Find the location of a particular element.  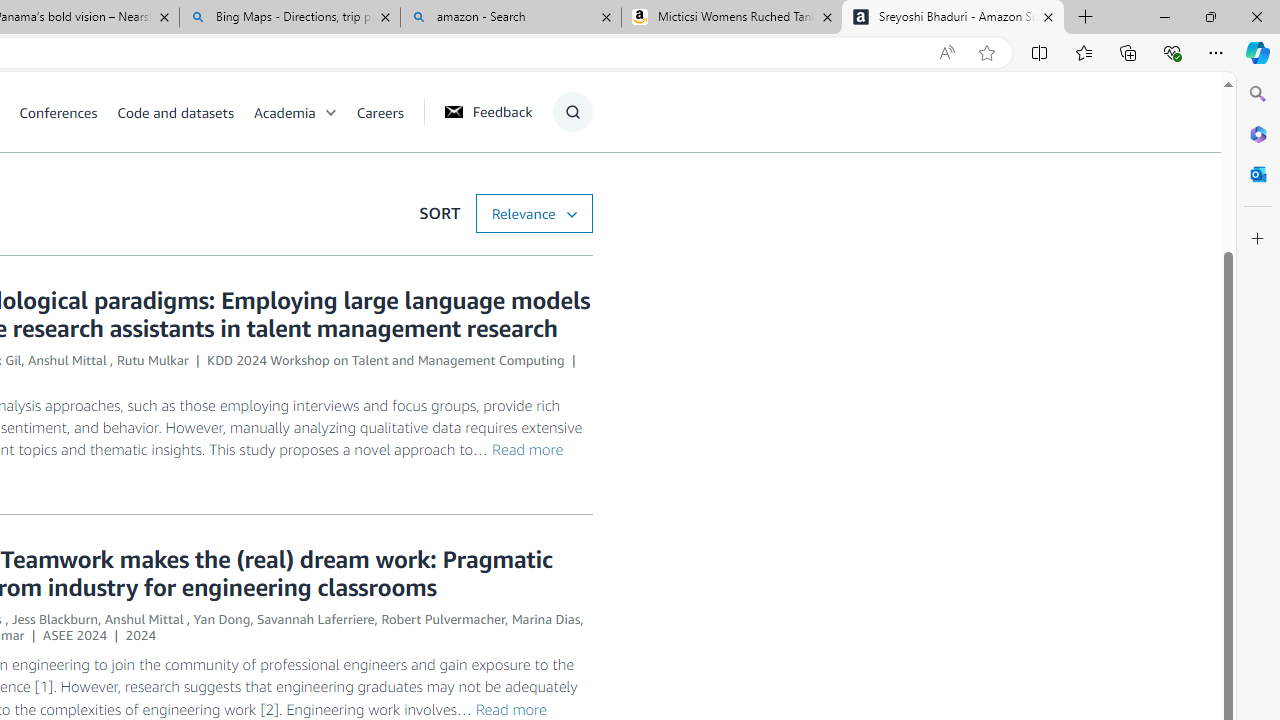

'Open Sub Navigation' is located at coordinates (330, 111).